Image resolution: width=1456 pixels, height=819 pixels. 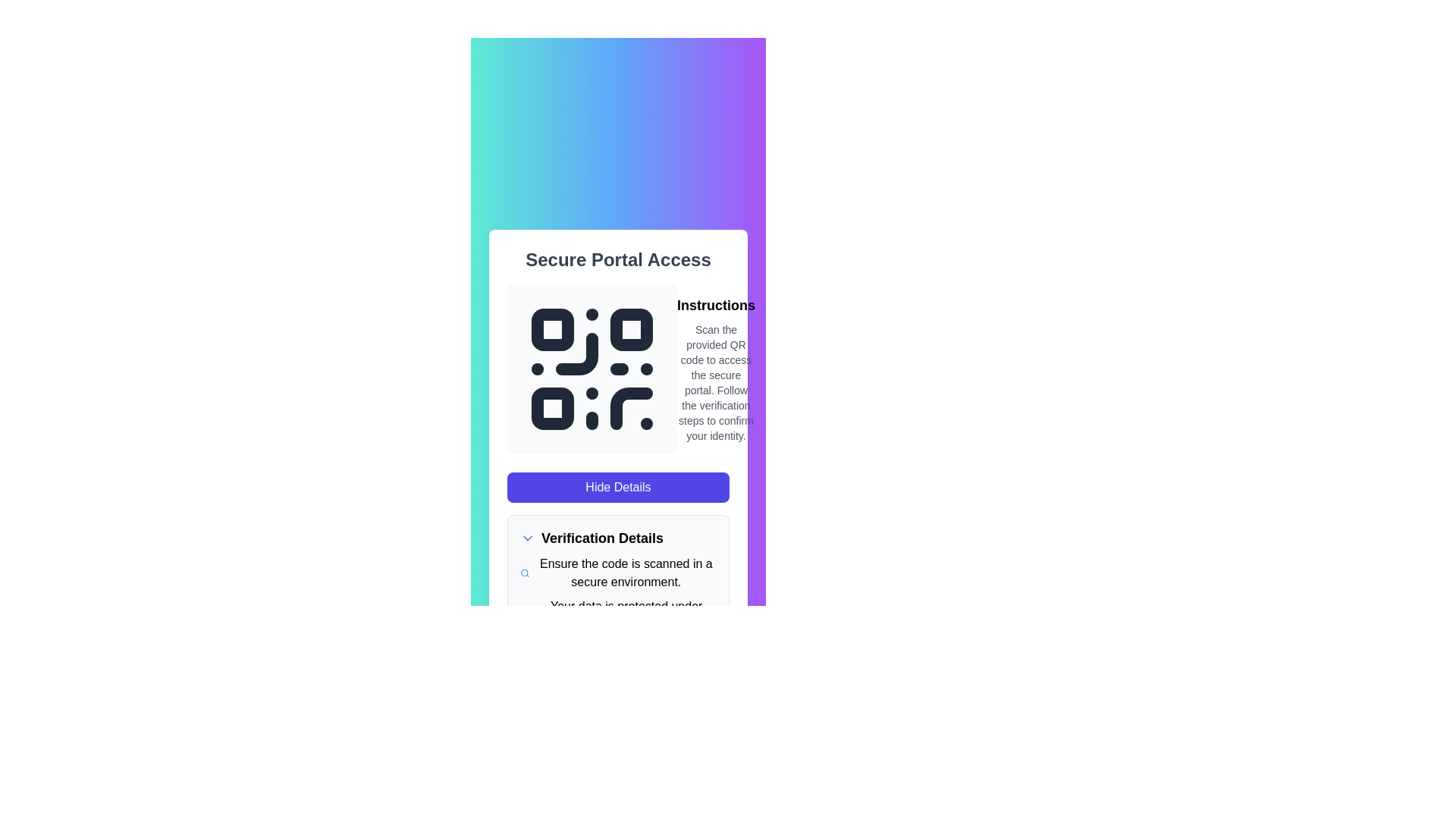 I want to click on the header text label located in the top-right corner of the section, which indicates content or instructions related to the QR code and descriptive text, so click(x=715, y=305).